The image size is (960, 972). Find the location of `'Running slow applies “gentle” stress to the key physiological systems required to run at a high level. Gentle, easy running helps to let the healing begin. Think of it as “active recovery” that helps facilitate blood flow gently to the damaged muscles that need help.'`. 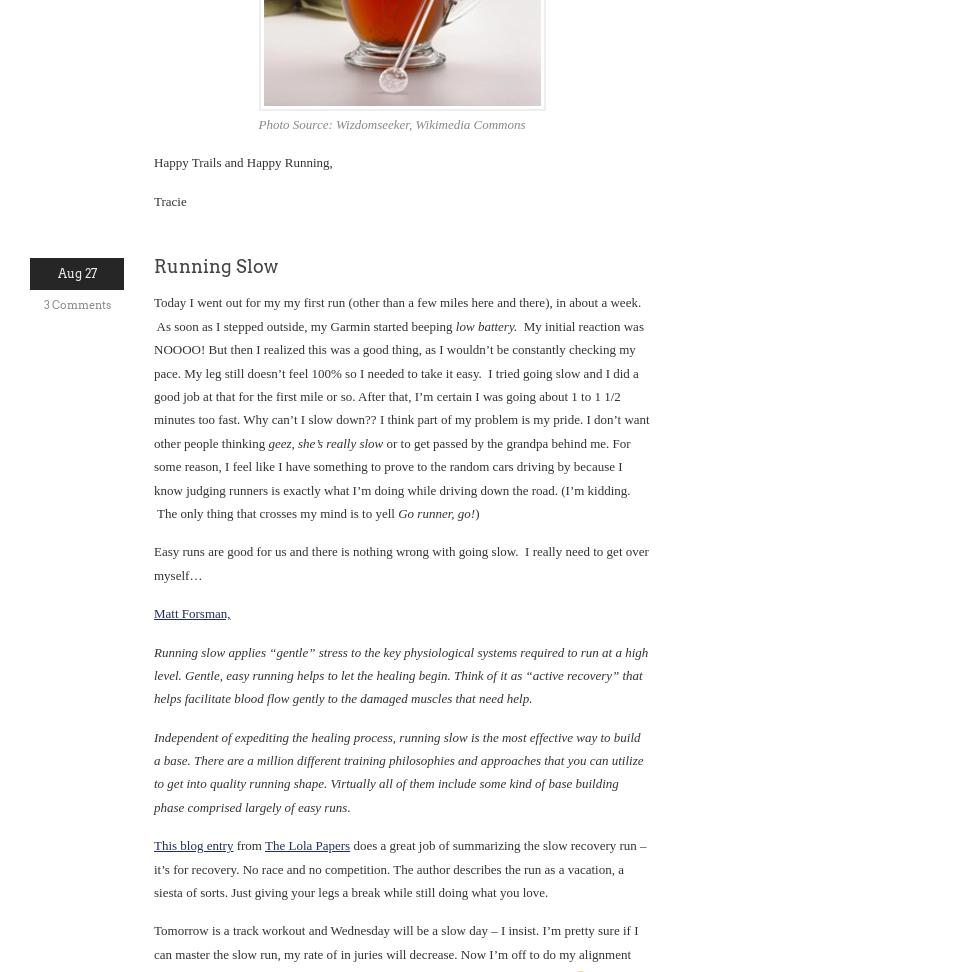

'Running slow applies “gentle” stress to the key physiological systems required to run at a high level. Gentle, easy running helps to let the healing begin. Think of it as “active recovery” that helps facilitate blood flow gently to the damaged muscles that need help.' is located at coordinates (399, 673).